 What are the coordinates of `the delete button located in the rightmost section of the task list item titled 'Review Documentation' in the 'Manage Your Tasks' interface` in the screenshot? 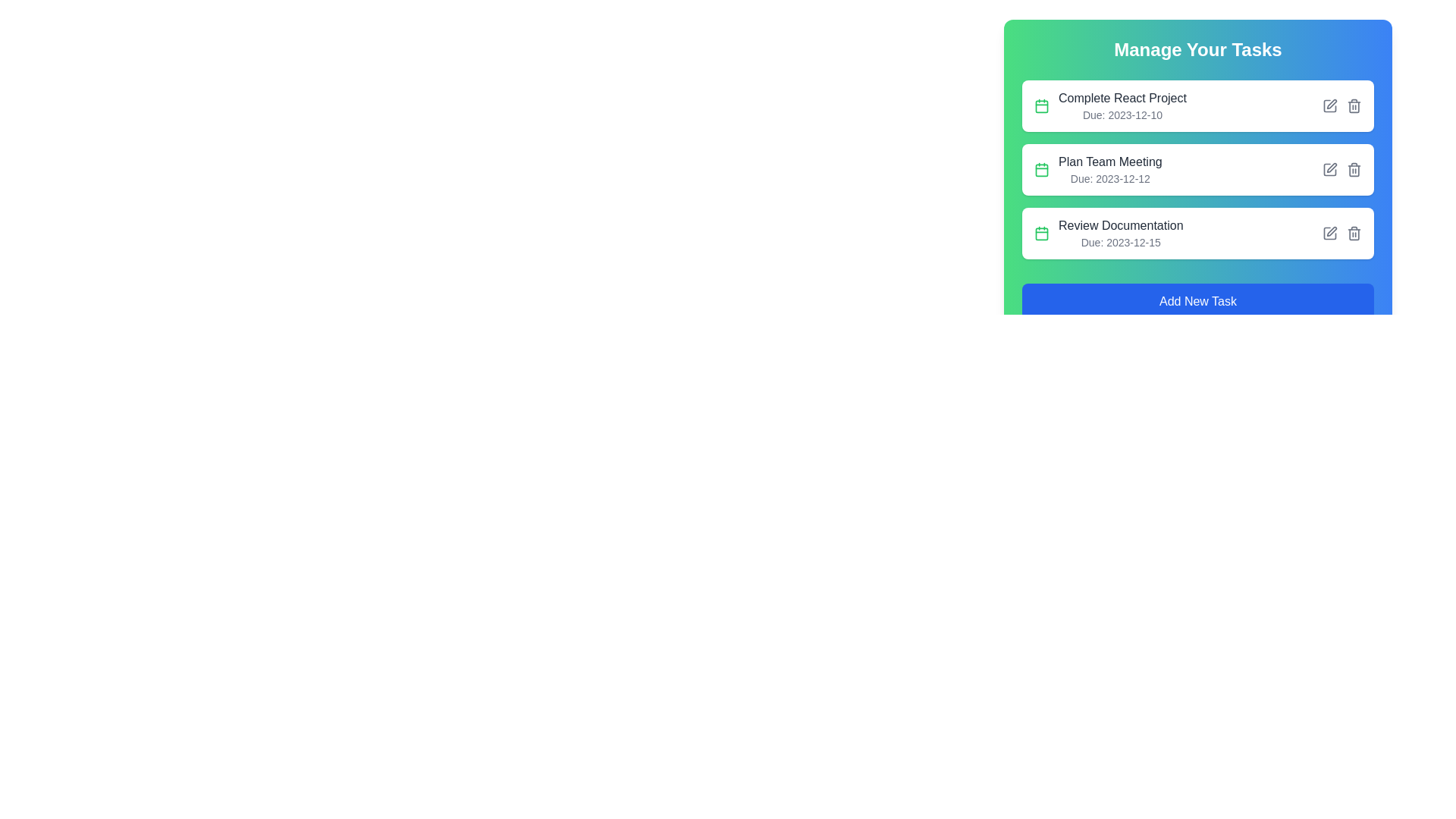 It's located at (1354, 234).